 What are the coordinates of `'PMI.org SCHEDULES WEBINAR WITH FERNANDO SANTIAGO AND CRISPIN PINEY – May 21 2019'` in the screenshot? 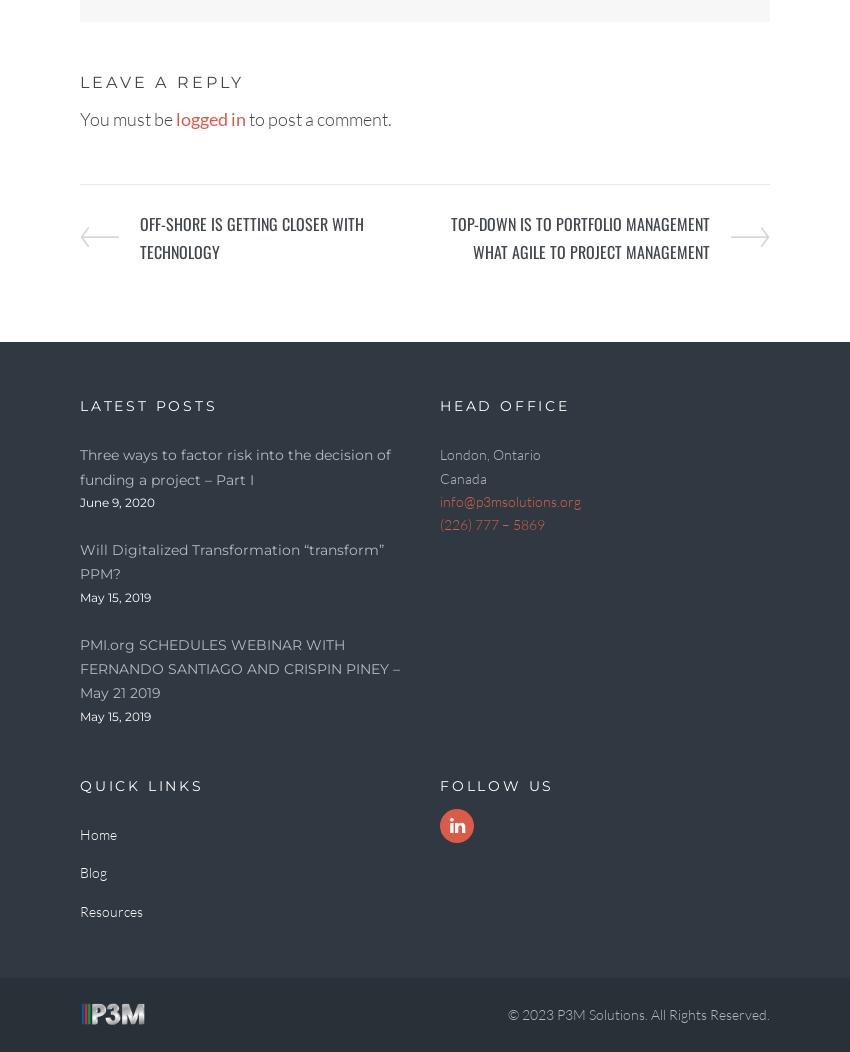 It's located at (240, 667).